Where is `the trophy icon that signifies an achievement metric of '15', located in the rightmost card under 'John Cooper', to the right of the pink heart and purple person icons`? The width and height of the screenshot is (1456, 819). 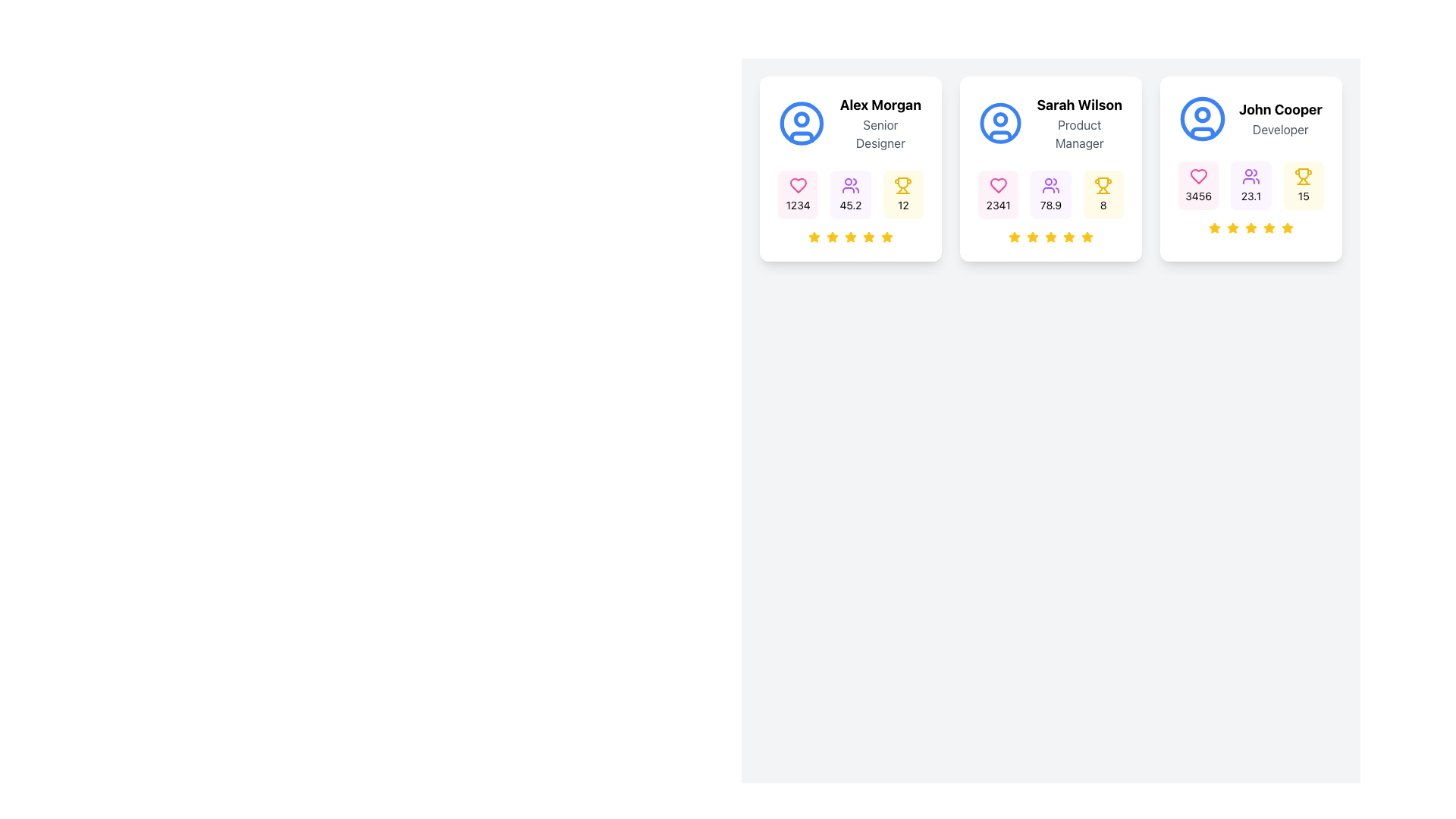
the trophy icon that signifies an achievement metric of '15', located in the rightmost card under 'John Cooper', to the right of the pink heart and purple person icons is located at coordinates (1303, 173).